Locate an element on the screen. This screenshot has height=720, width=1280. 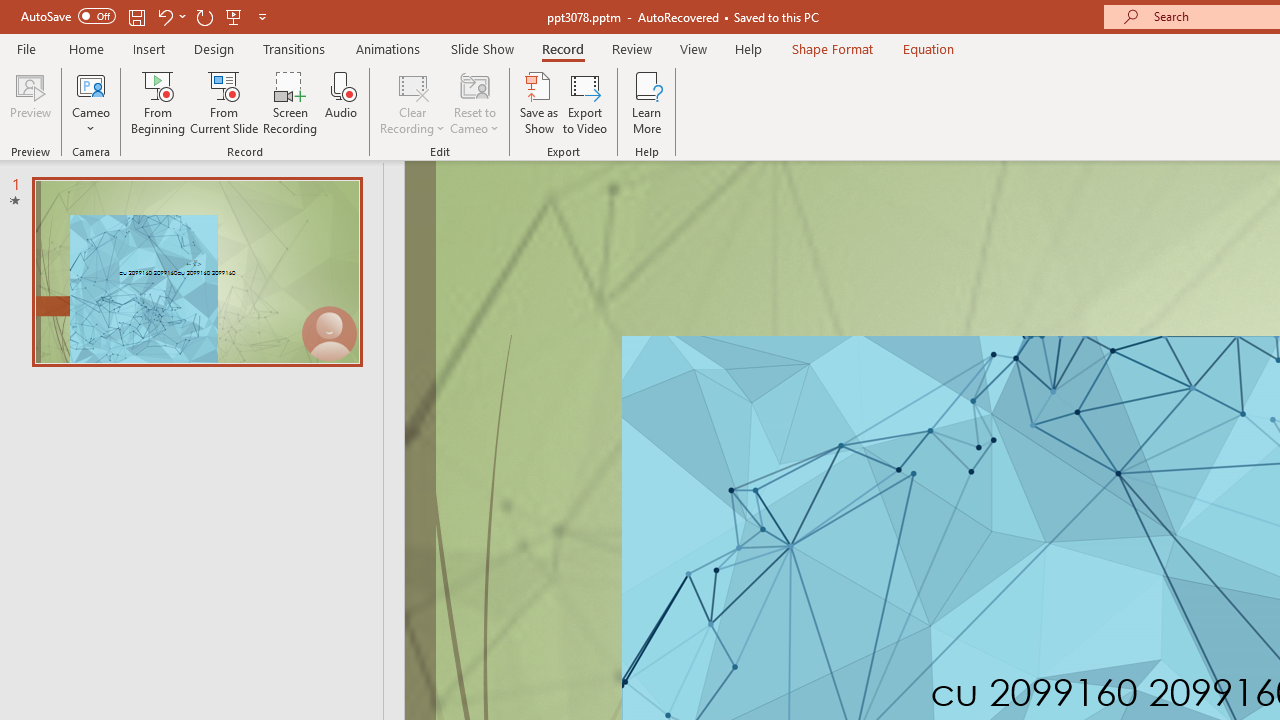
'Reset to Cameo' is located at coordinates (473, 103).